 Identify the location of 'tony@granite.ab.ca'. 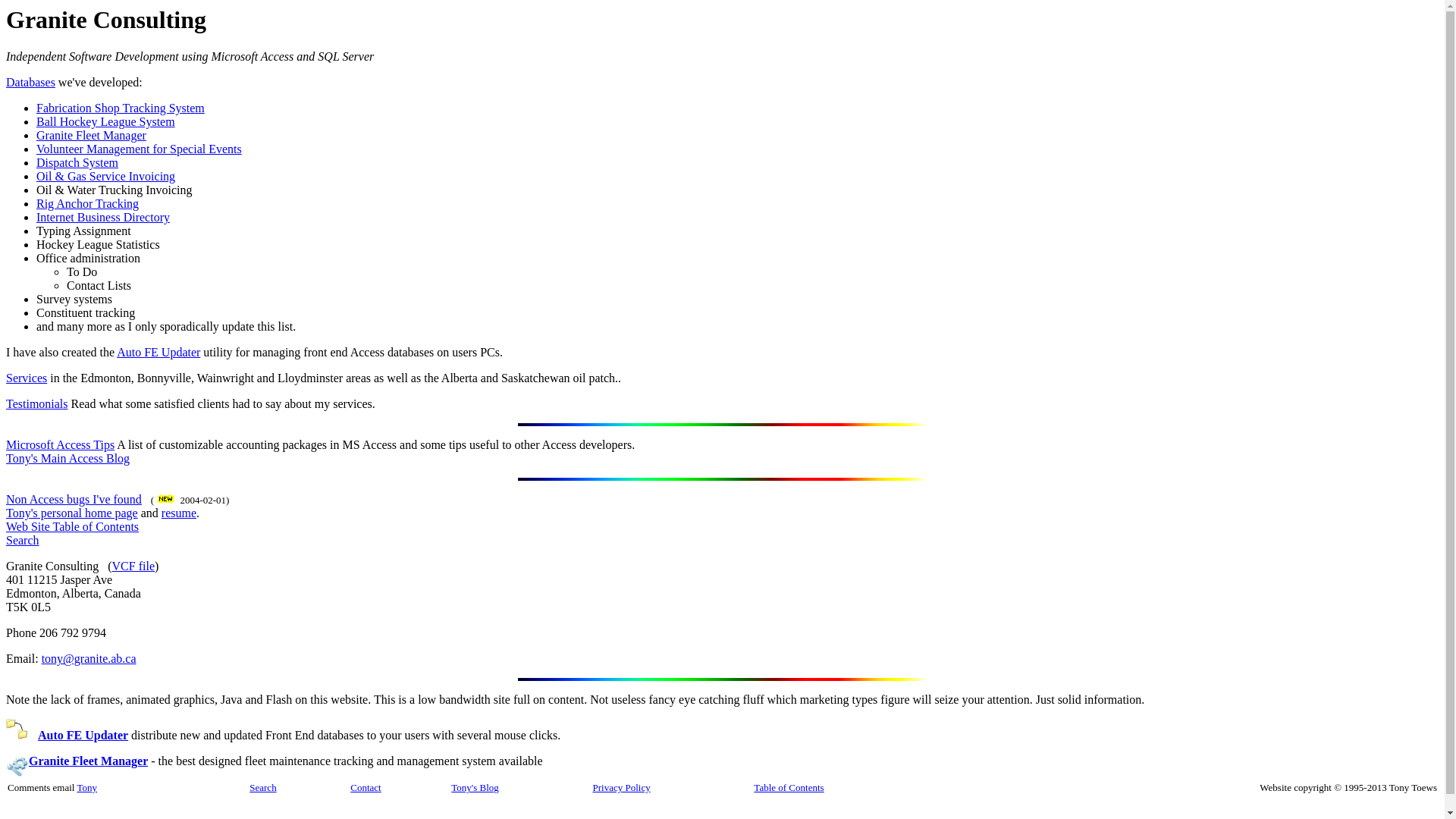
(88, 657).